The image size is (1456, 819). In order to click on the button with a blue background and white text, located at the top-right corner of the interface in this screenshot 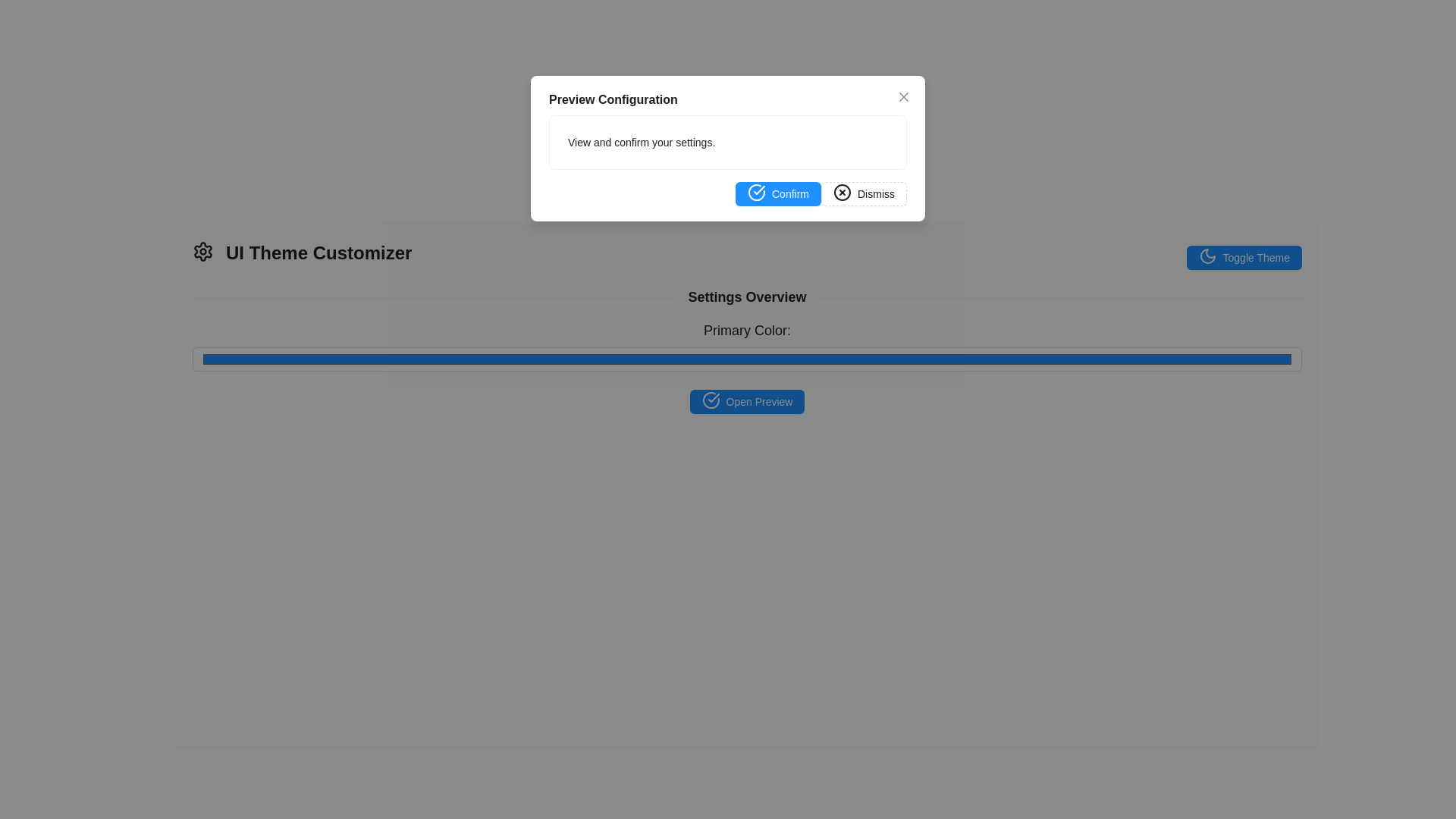, I will do `click(1256, 256)`.